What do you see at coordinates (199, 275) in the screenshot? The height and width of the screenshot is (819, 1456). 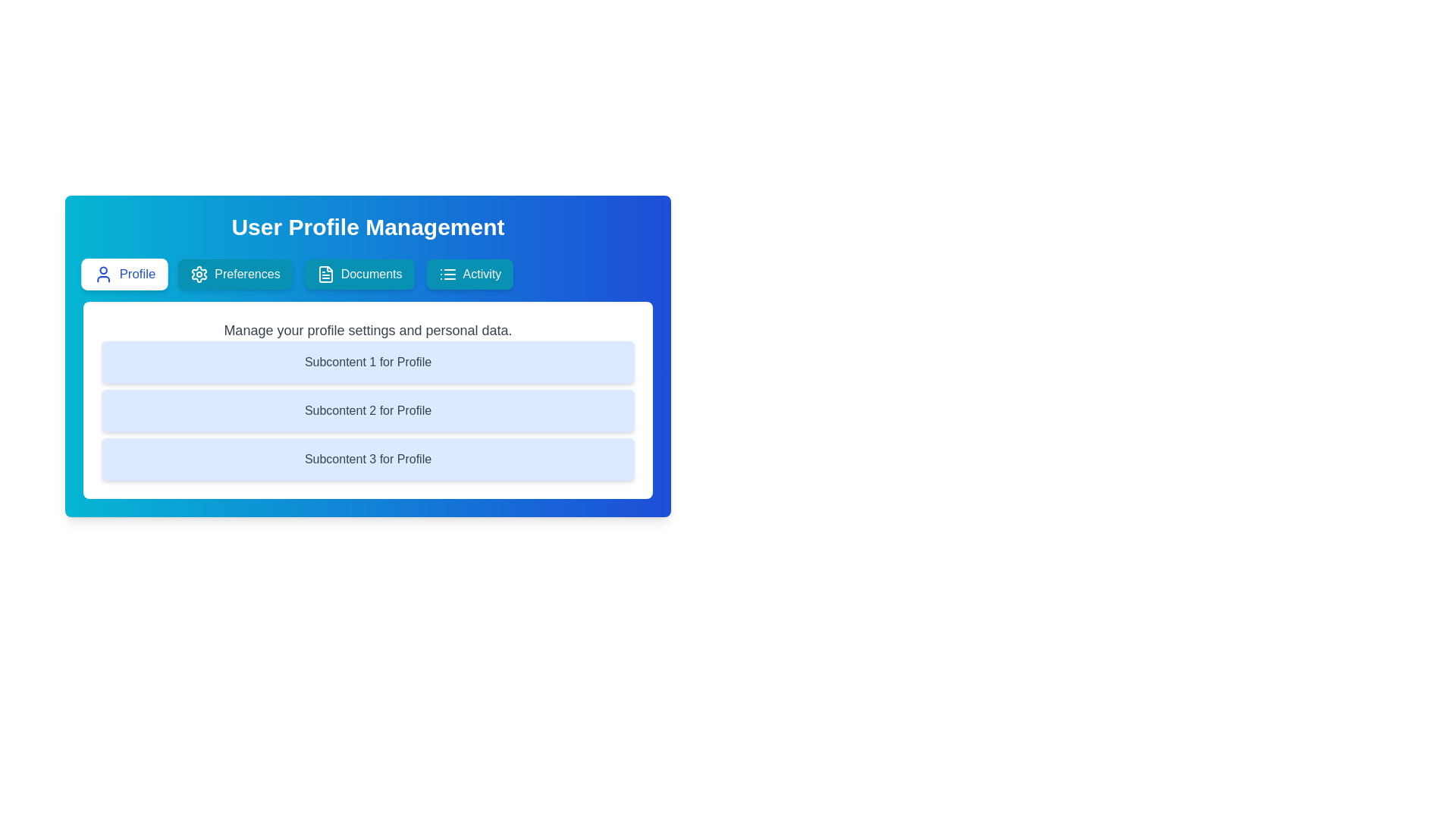 I see `the 'Preferences' button, which contains the icon serving as a visual aid for navigating to user preferences or settings` at bounding box center [199, 275].